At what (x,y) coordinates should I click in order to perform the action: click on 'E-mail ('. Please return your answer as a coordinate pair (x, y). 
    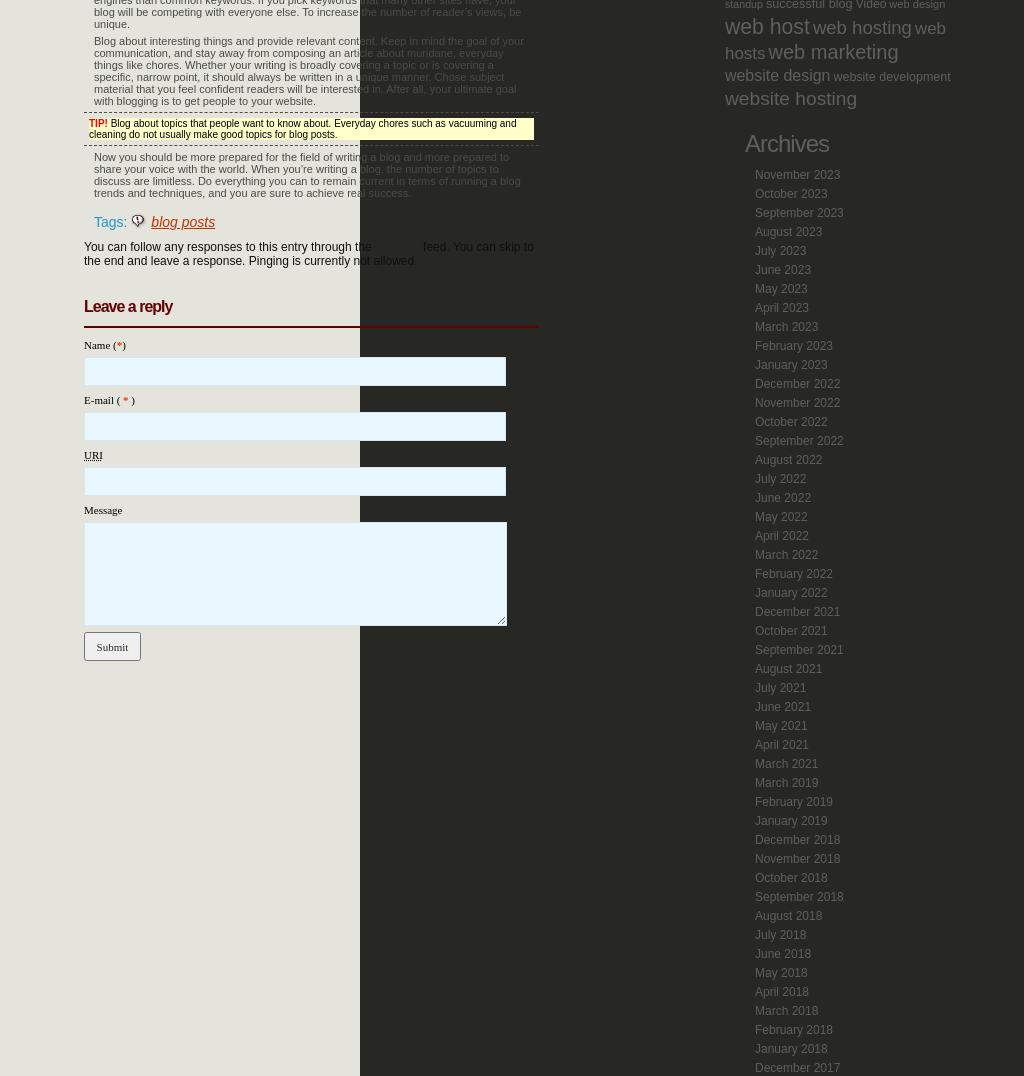
    Looking at the image, I should click on (103, 398).